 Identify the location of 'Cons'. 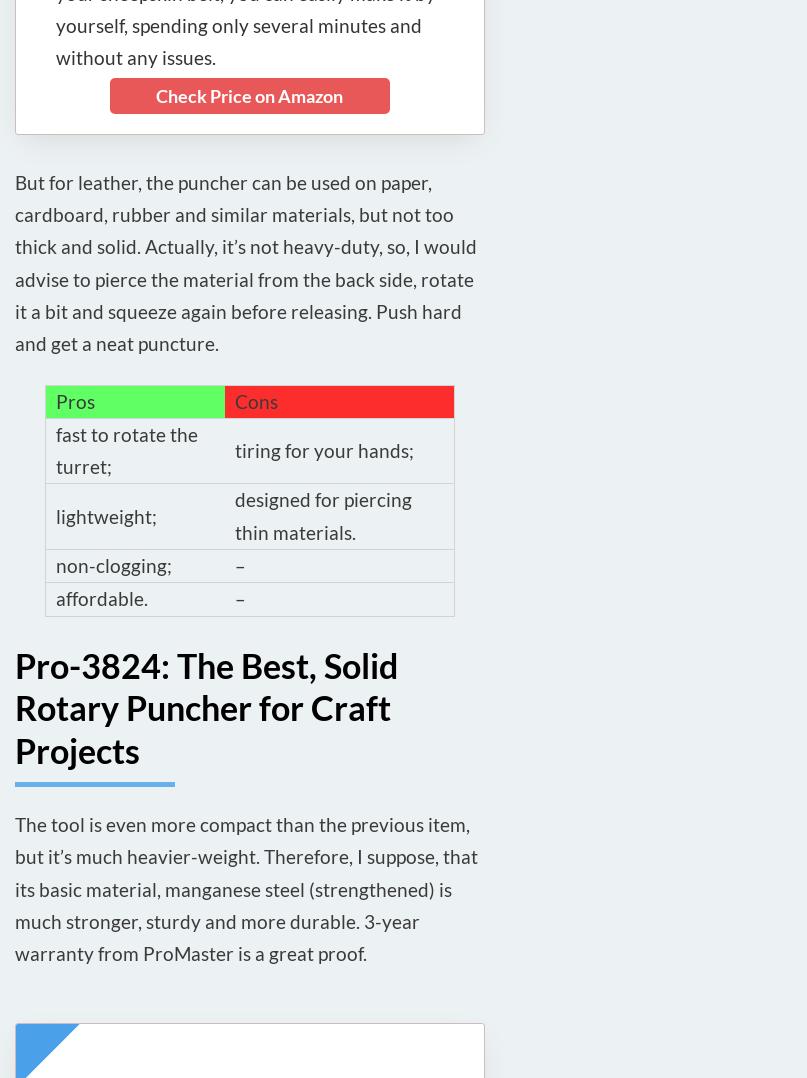
(255, 399).